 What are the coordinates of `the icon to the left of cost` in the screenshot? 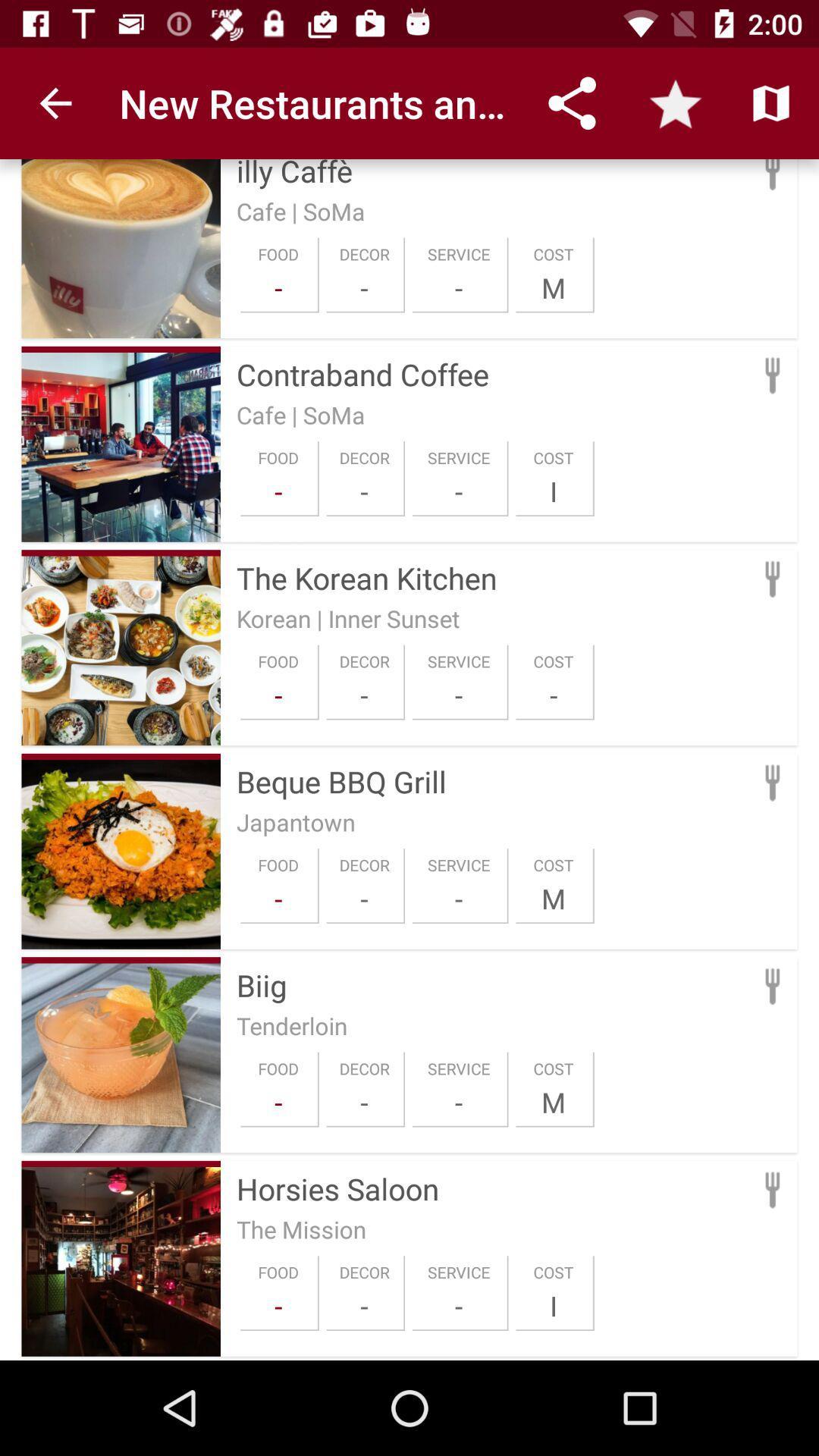 It's located at (458, 491).